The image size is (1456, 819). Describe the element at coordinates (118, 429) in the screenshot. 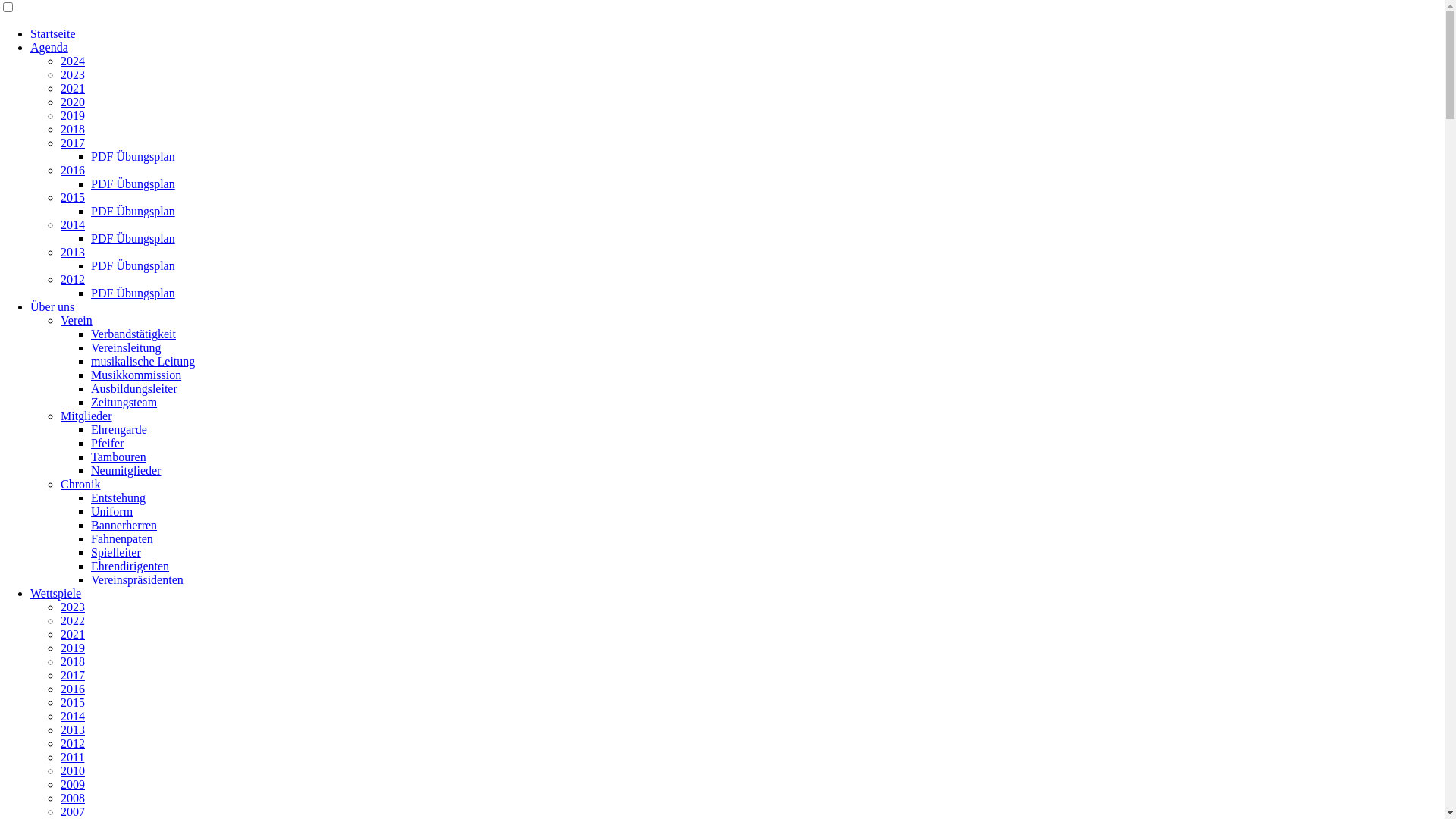

I see `'Ehrengarde'` at that location.